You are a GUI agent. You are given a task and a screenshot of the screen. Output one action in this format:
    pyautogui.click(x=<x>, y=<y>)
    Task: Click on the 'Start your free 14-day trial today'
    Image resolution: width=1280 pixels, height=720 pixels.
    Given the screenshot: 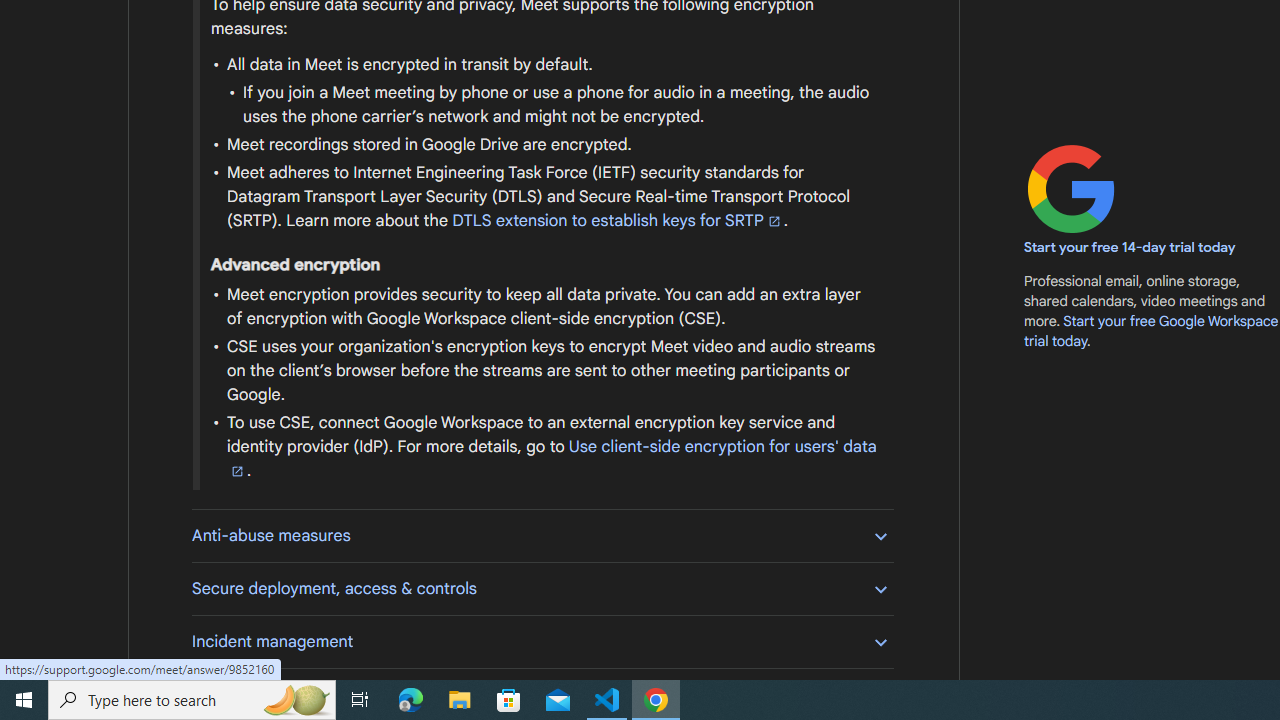 What is the action you would take?
    pyautogui.click(x=1130, y=246)
    